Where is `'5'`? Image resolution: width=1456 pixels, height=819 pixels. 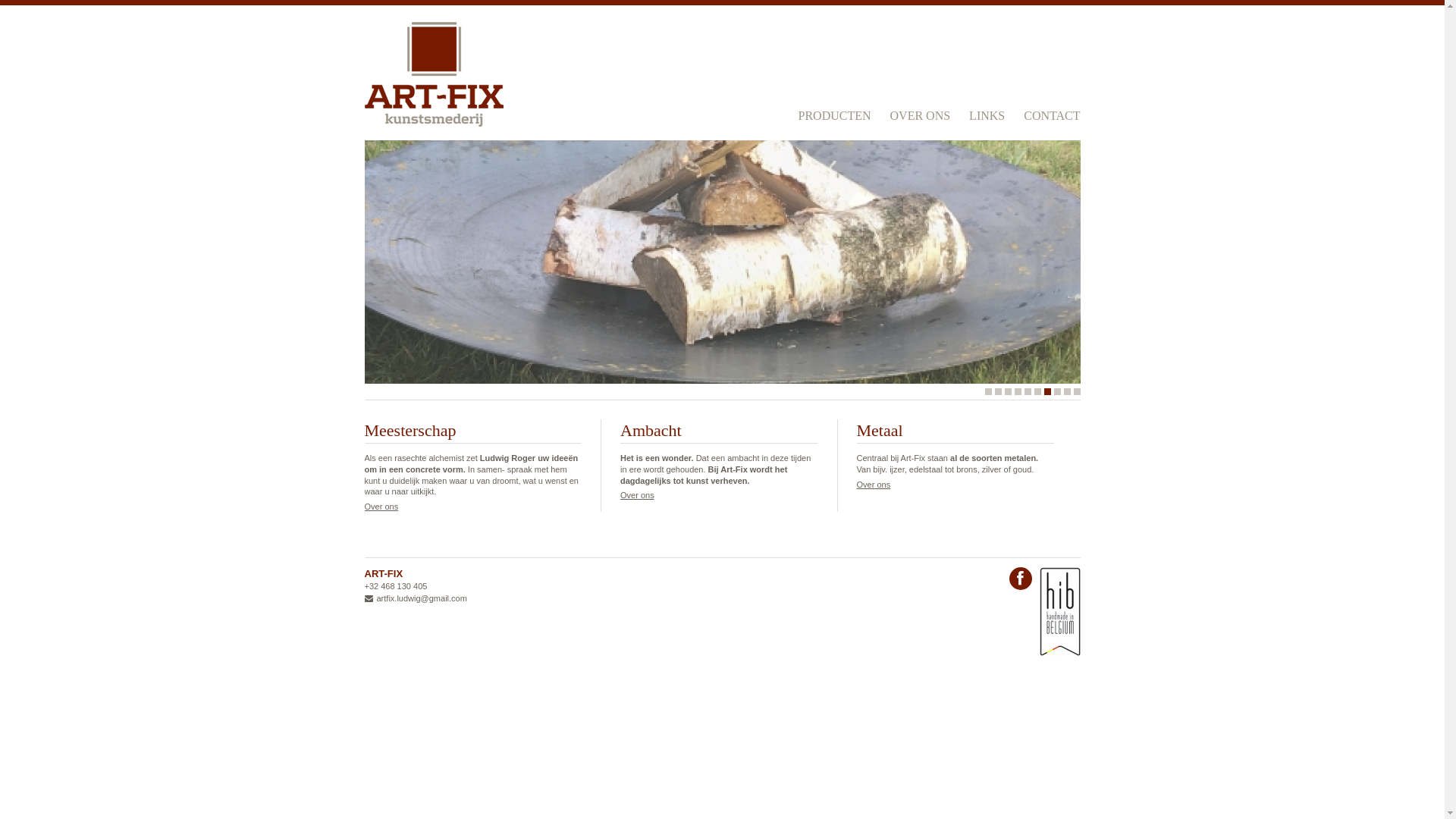
'5' is located at coordinates (1027, 391).